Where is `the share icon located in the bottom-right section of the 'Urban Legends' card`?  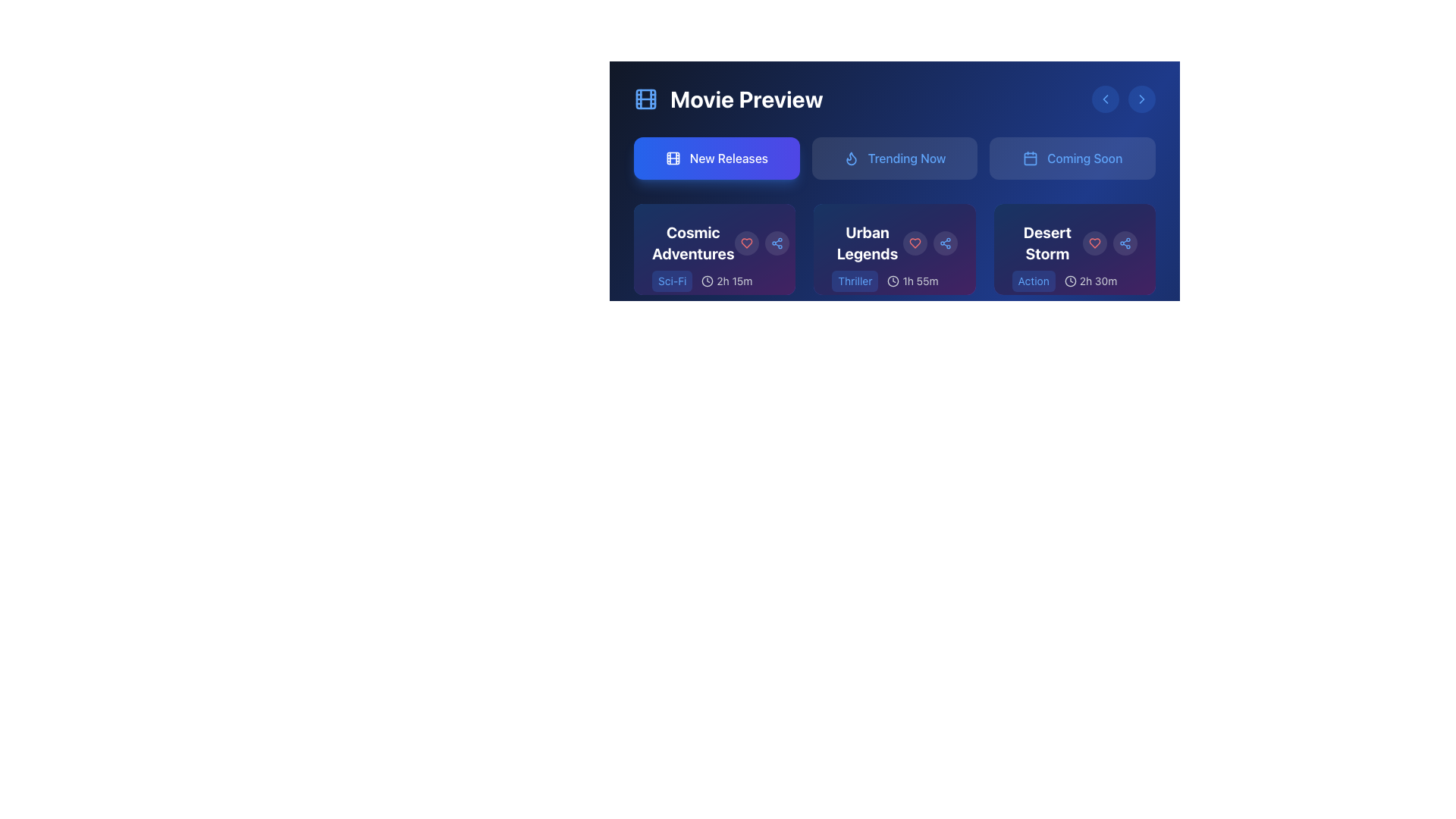 the share icon located in the bottom-right section of the 'Urban Legends' card is located at coordinates (944, 242).